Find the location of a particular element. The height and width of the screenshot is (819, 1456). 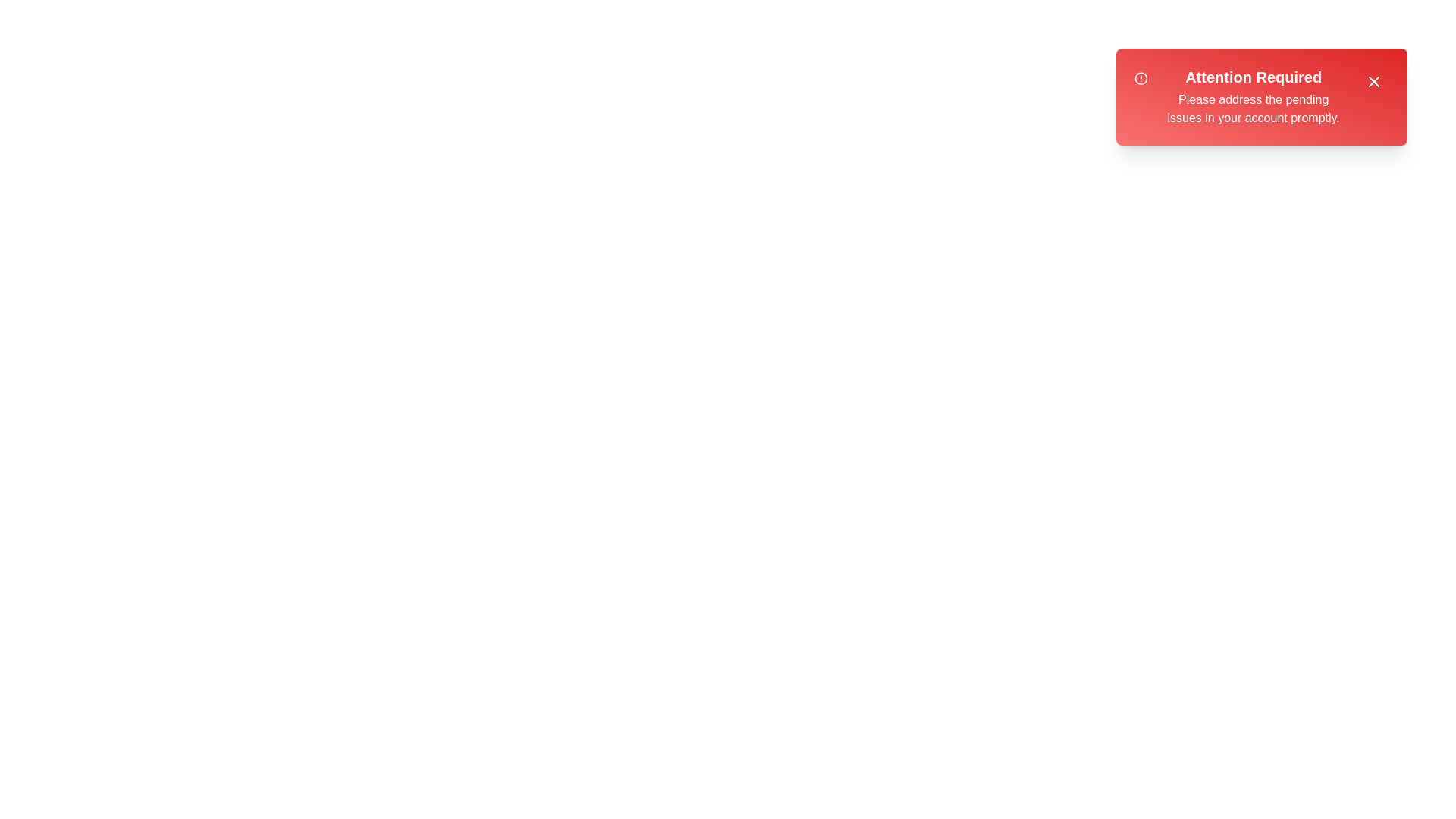

the alert icon to interact with it is located at coordinates (1141, 79).